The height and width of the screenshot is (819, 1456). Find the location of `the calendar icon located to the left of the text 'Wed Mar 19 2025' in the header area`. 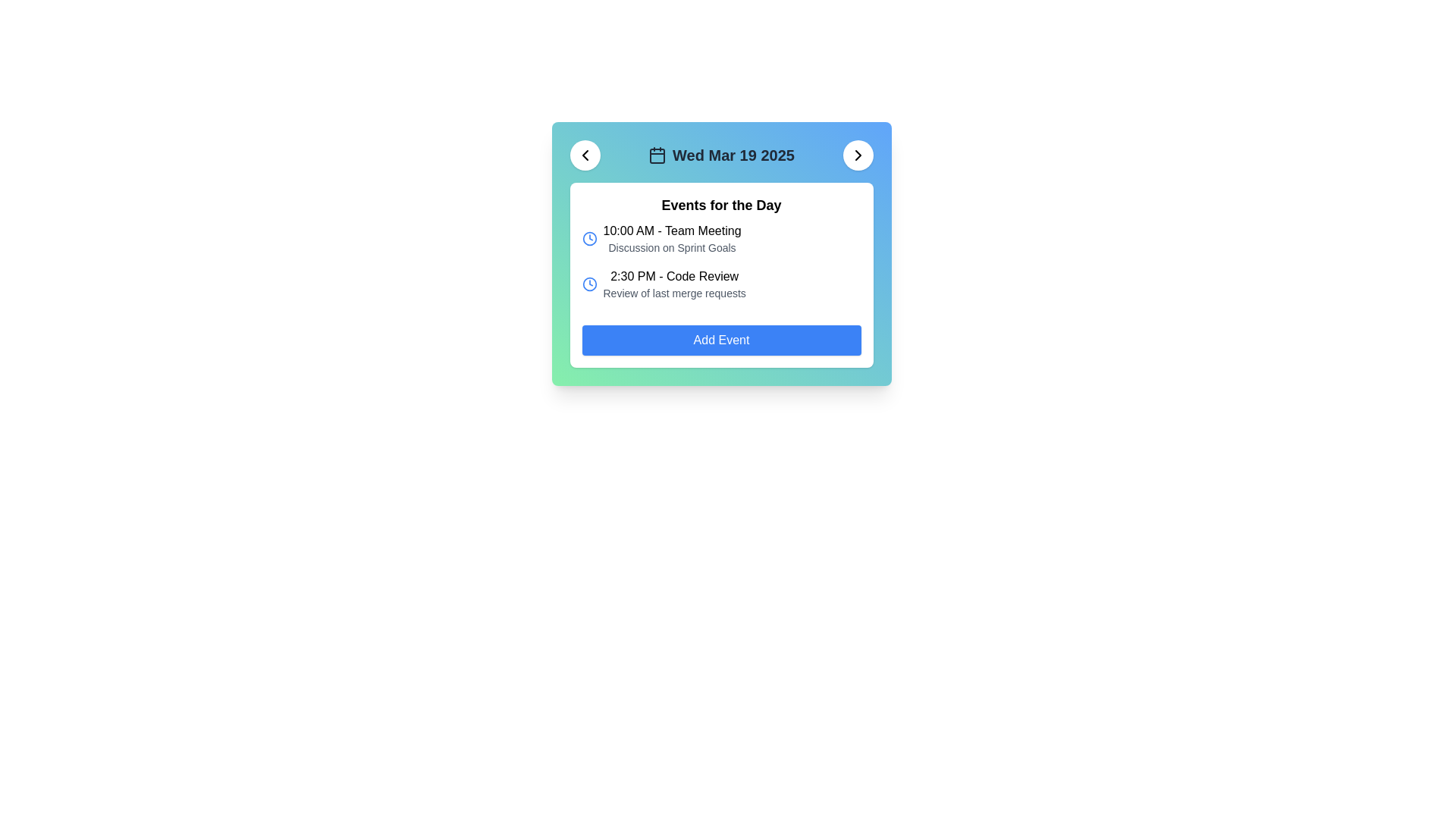

the calendar icon located to the left of the text 'Wed Mar 19 2025' in the header area is located at coordinates (657, 155).